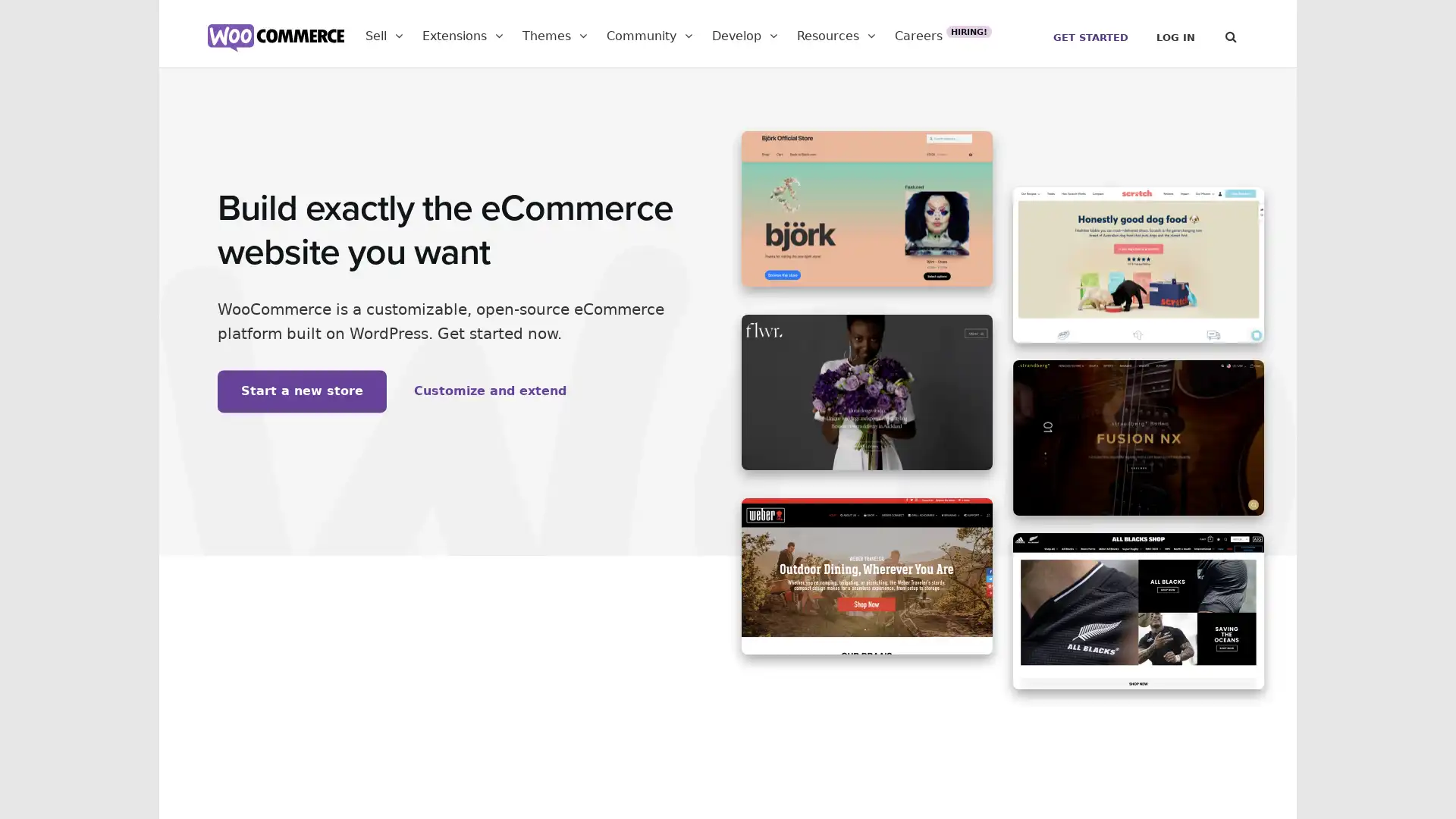  I want to click on Search, so click(1231, 36).